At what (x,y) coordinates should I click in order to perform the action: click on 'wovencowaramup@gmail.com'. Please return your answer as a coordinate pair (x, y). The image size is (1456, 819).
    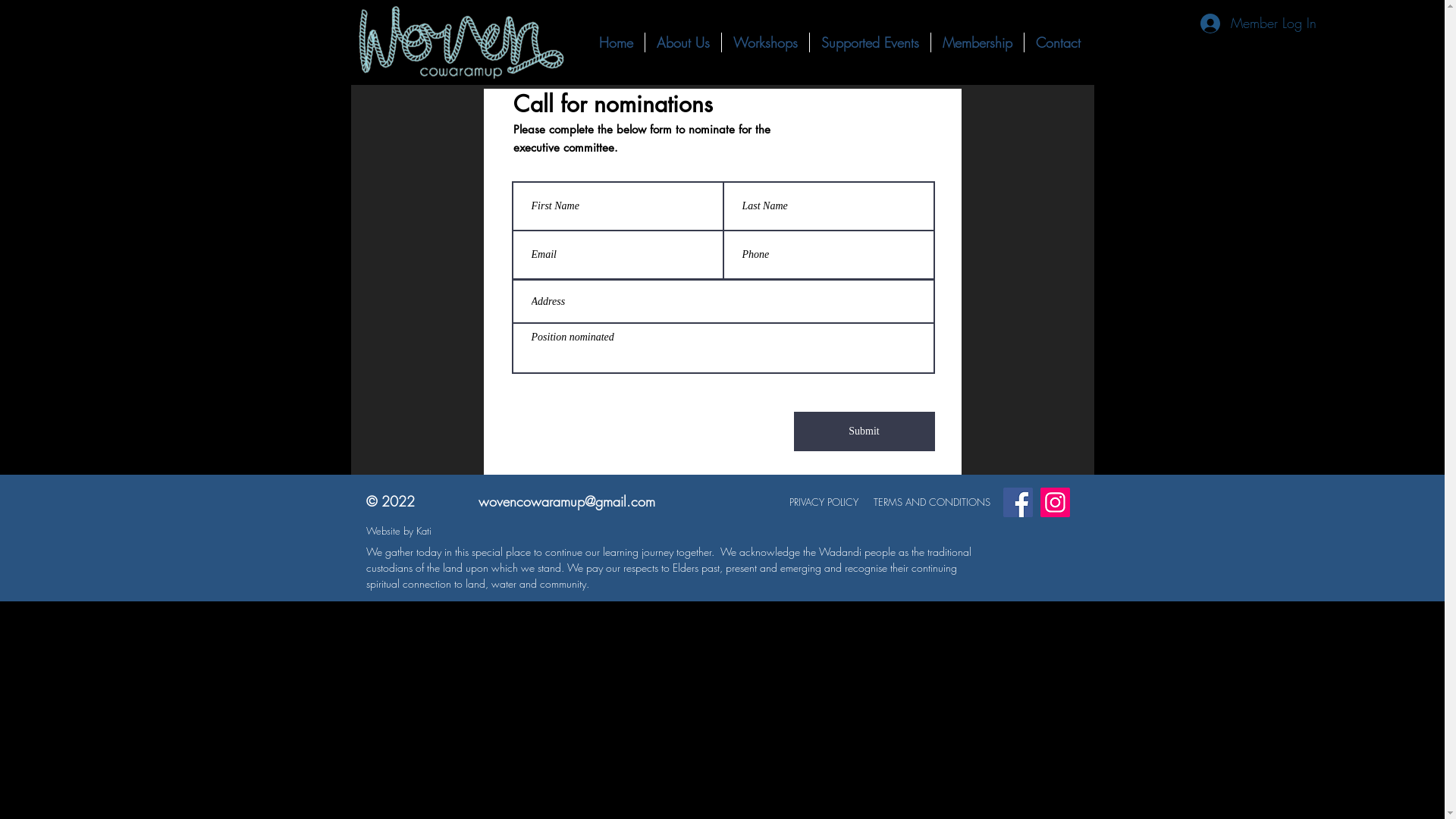
    Looking at the image, I should click on (565, 500).